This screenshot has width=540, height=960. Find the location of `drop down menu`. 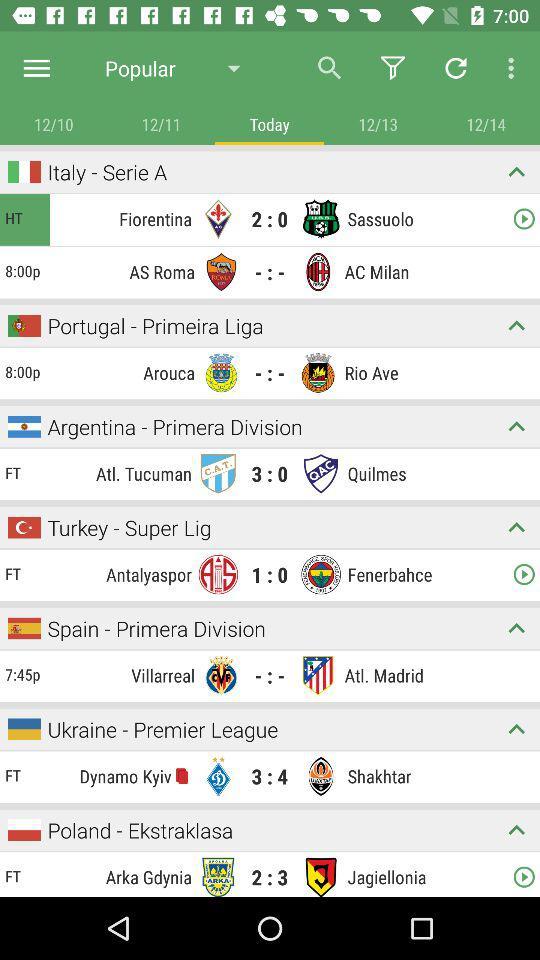

drop down menu is located at coordinates (516, 325).